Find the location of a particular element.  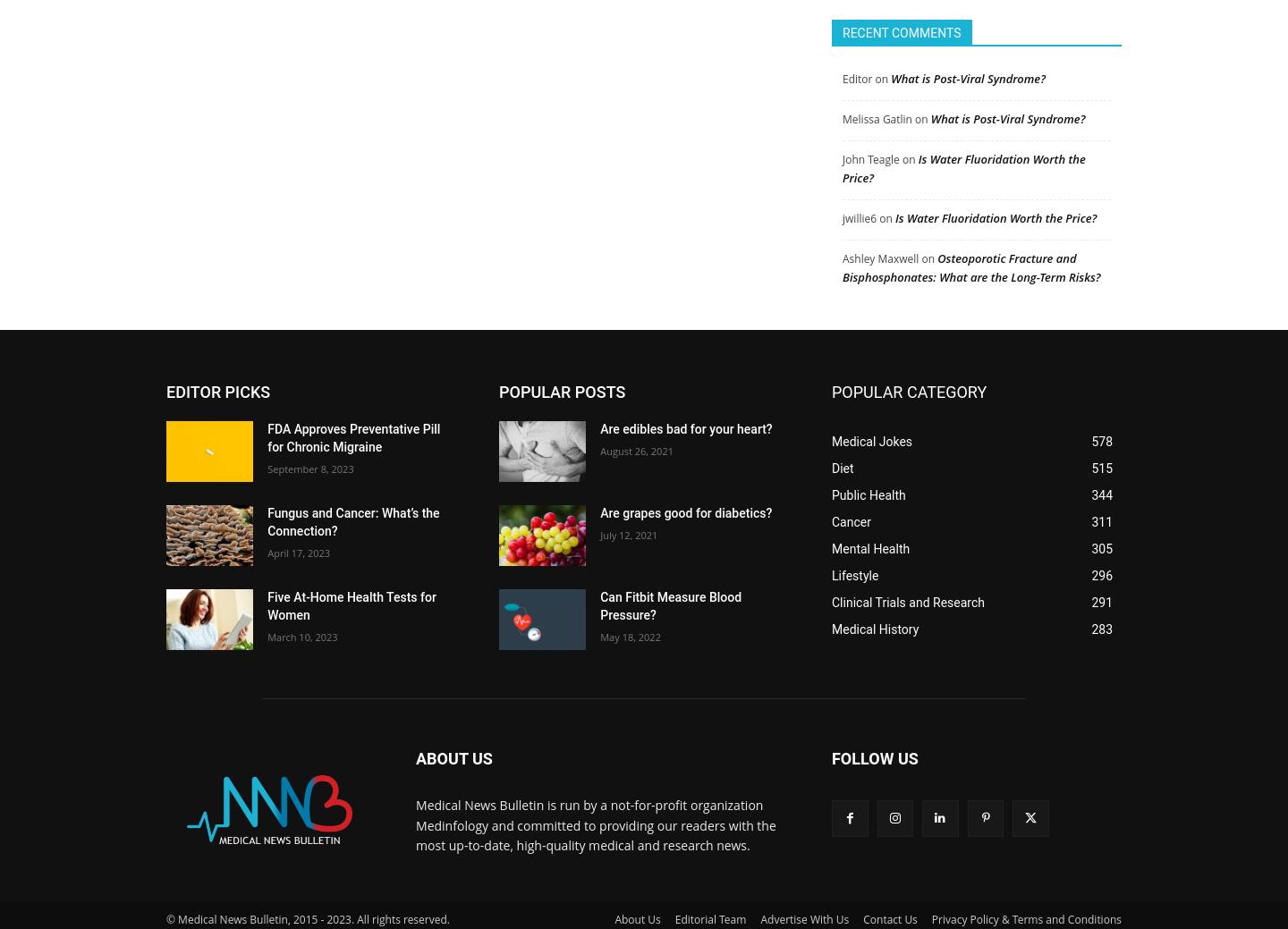

'Melissa Gatlin' is located at coordinates (876, 110).